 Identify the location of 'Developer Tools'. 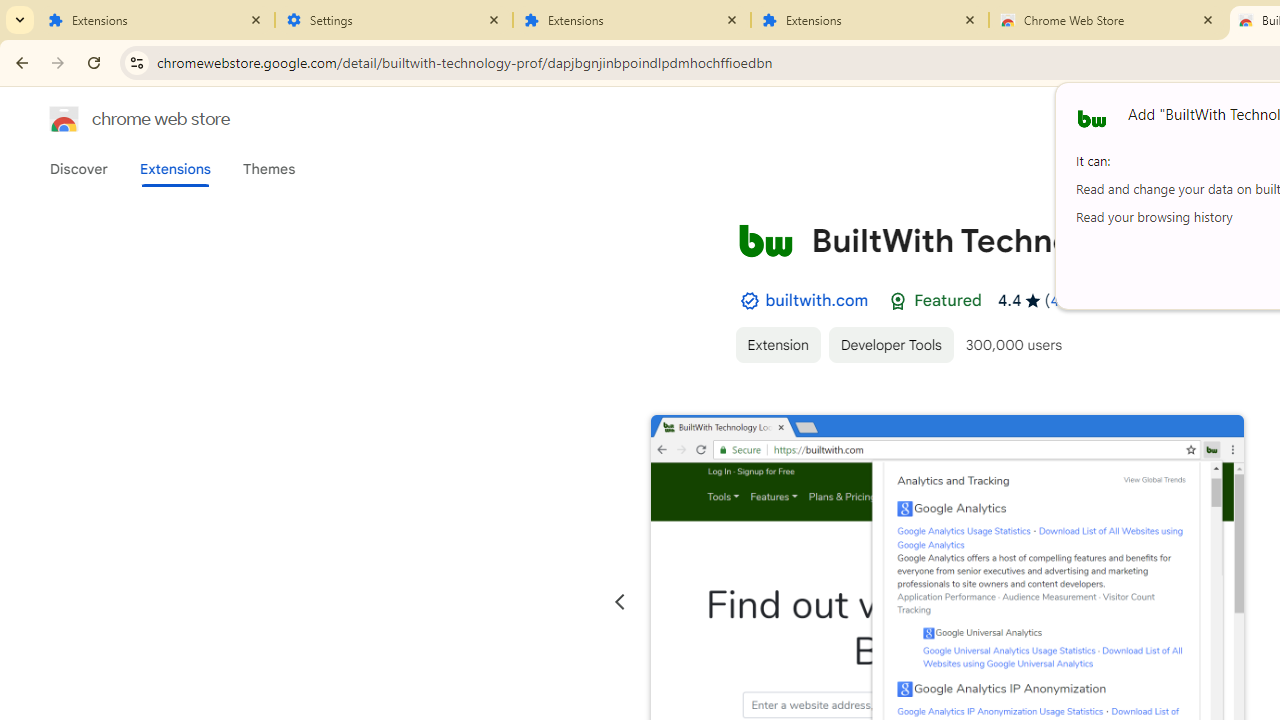
(889, 343).